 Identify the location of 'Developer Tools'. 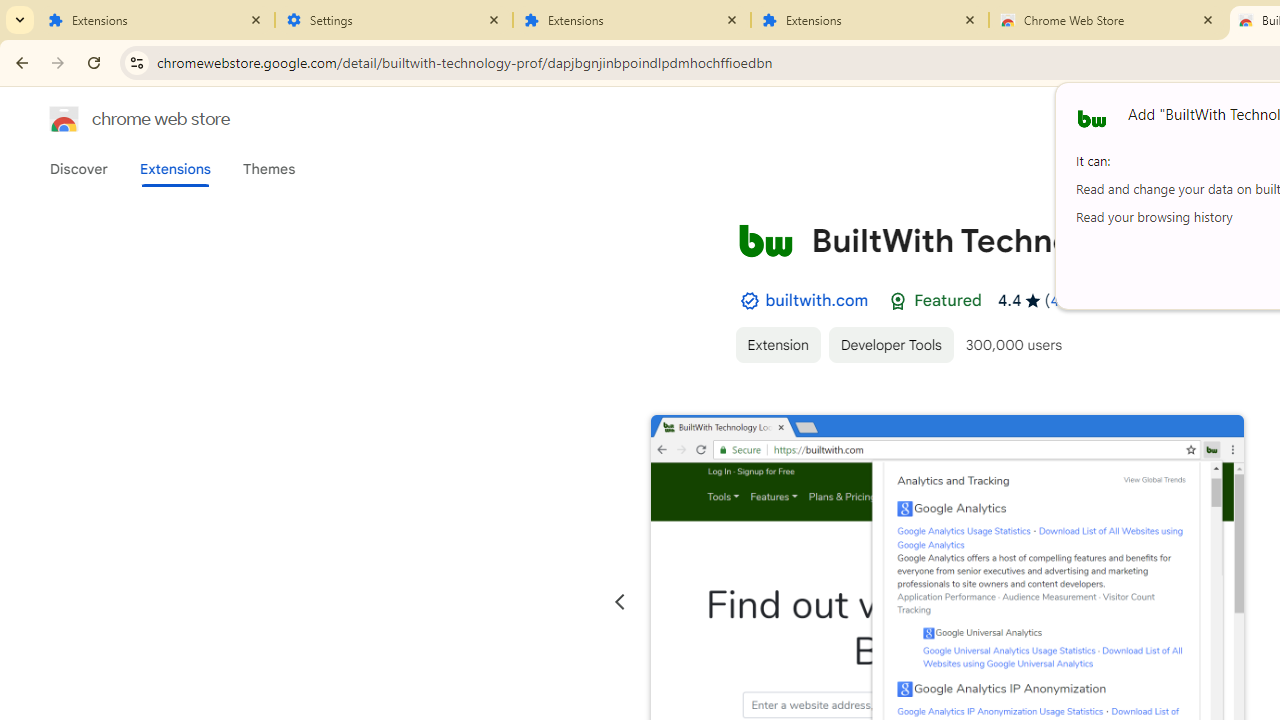
(889, 343).